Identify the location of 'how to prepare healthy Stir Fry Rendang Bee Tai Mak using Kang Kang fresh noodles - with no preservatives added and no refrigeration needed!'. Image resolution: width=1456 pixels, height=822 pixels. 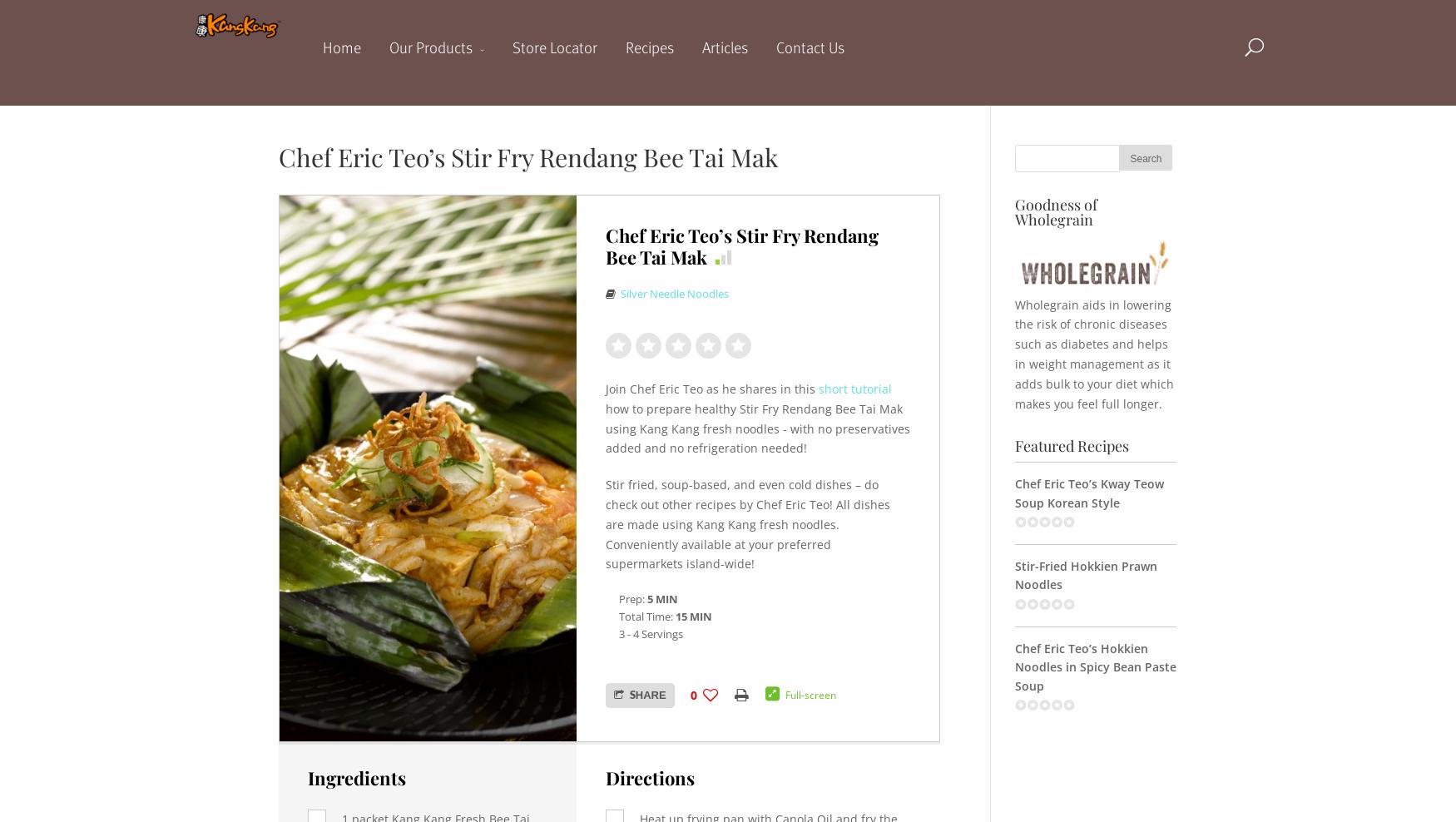
(756, 427).